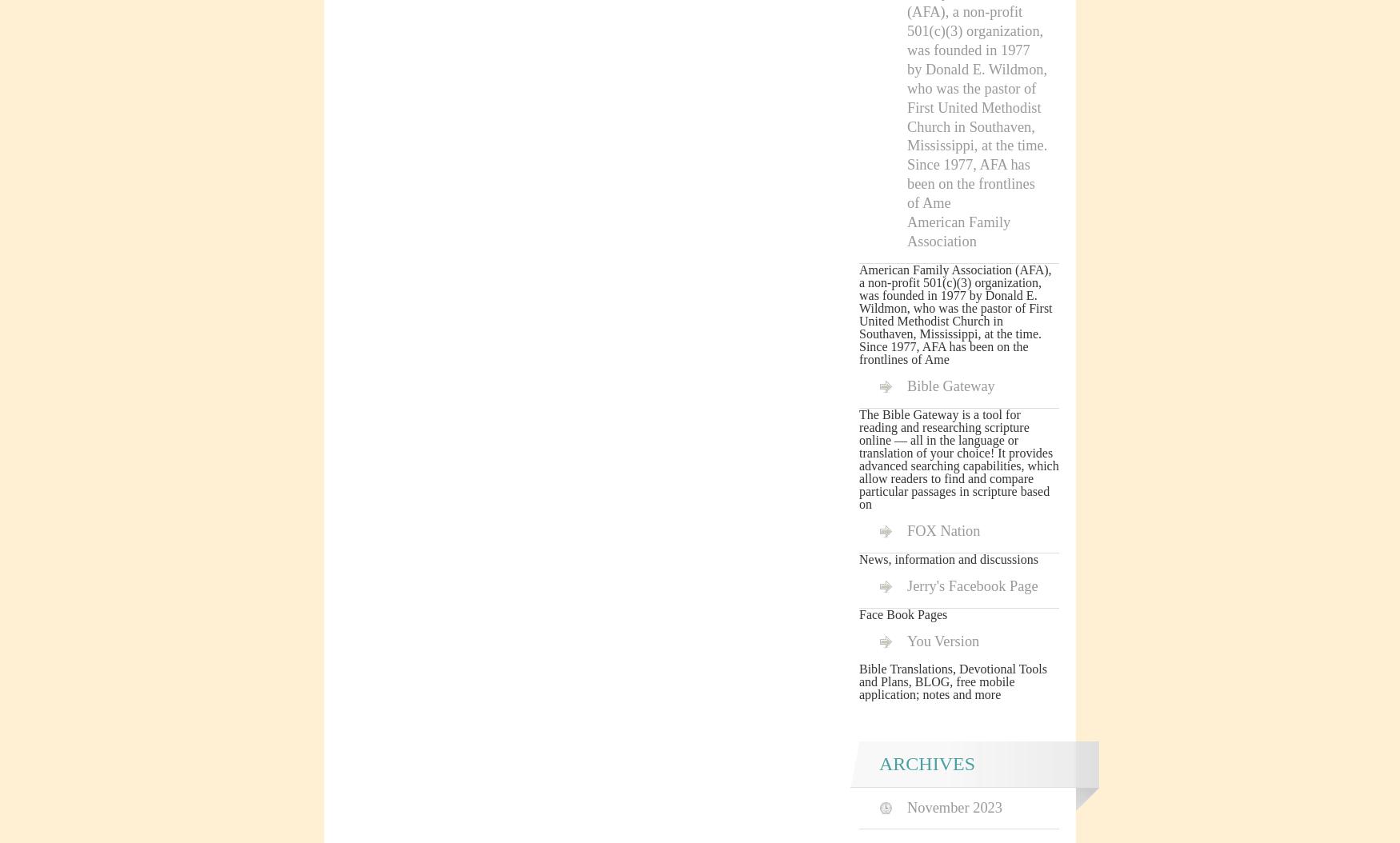 This screenshot has height=843, width=1400. I want to click on 'You Version', so click(906, 640).